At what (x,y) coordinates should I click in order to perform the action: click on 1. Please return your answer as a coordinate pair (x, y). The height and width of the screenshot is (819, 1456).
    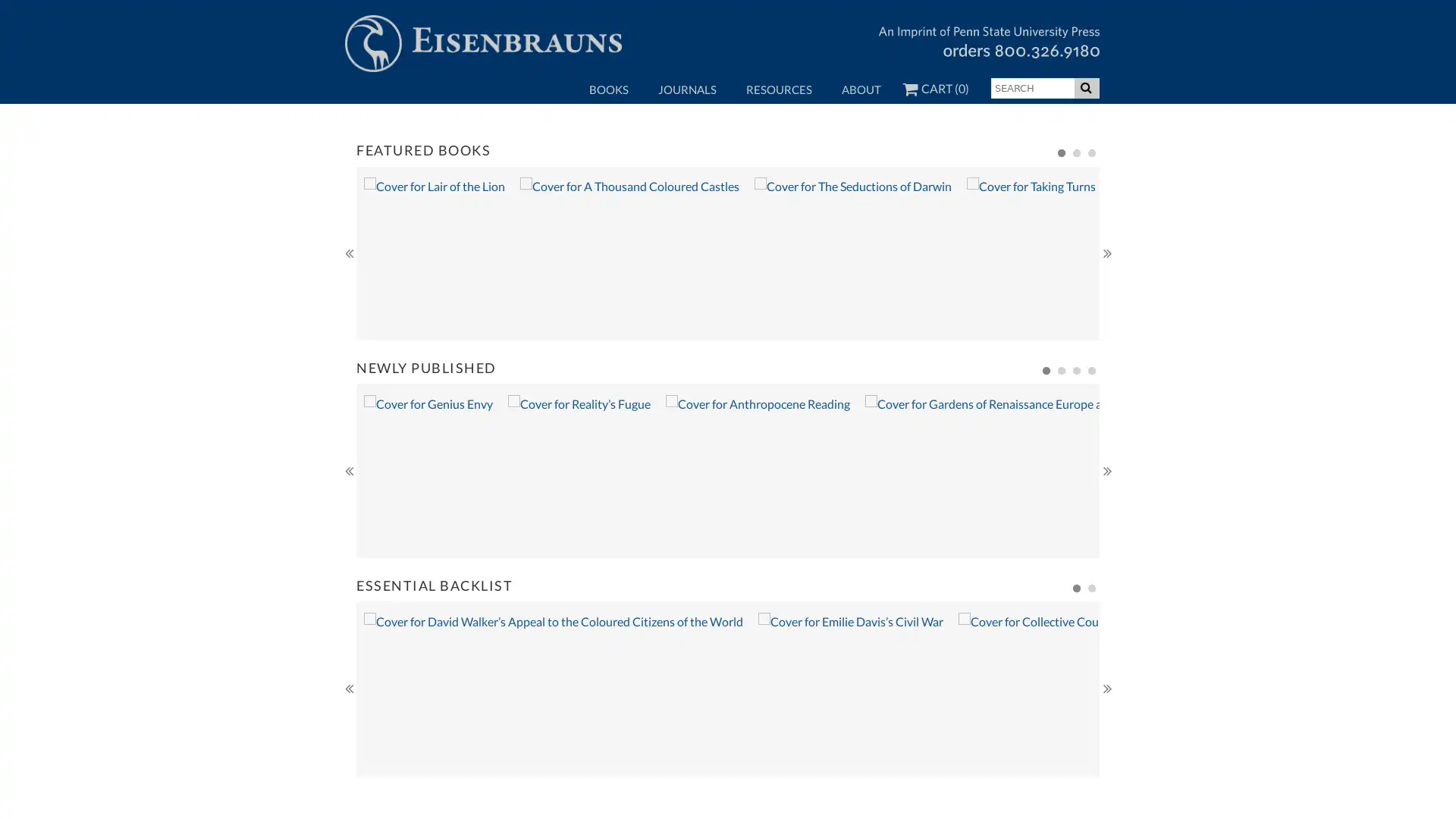
    Looking at the image, I should click on (1061, 154).